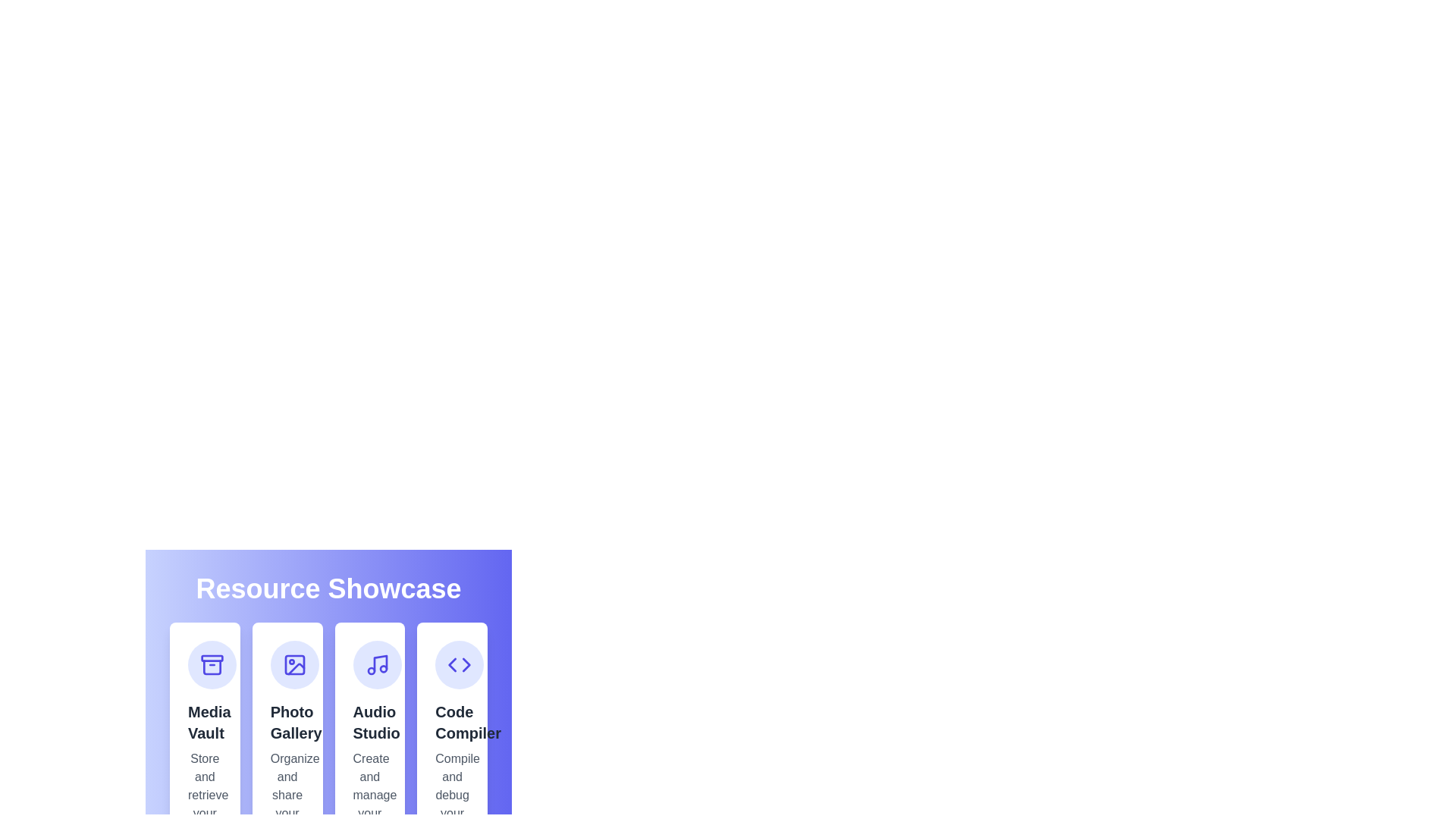 This screenshot has height=819, width=1456. I want to click on the 'Audio Studio' icon located in the top-center section of the third card from the left in the 'Resource Showcase' section, so click(377, 664).